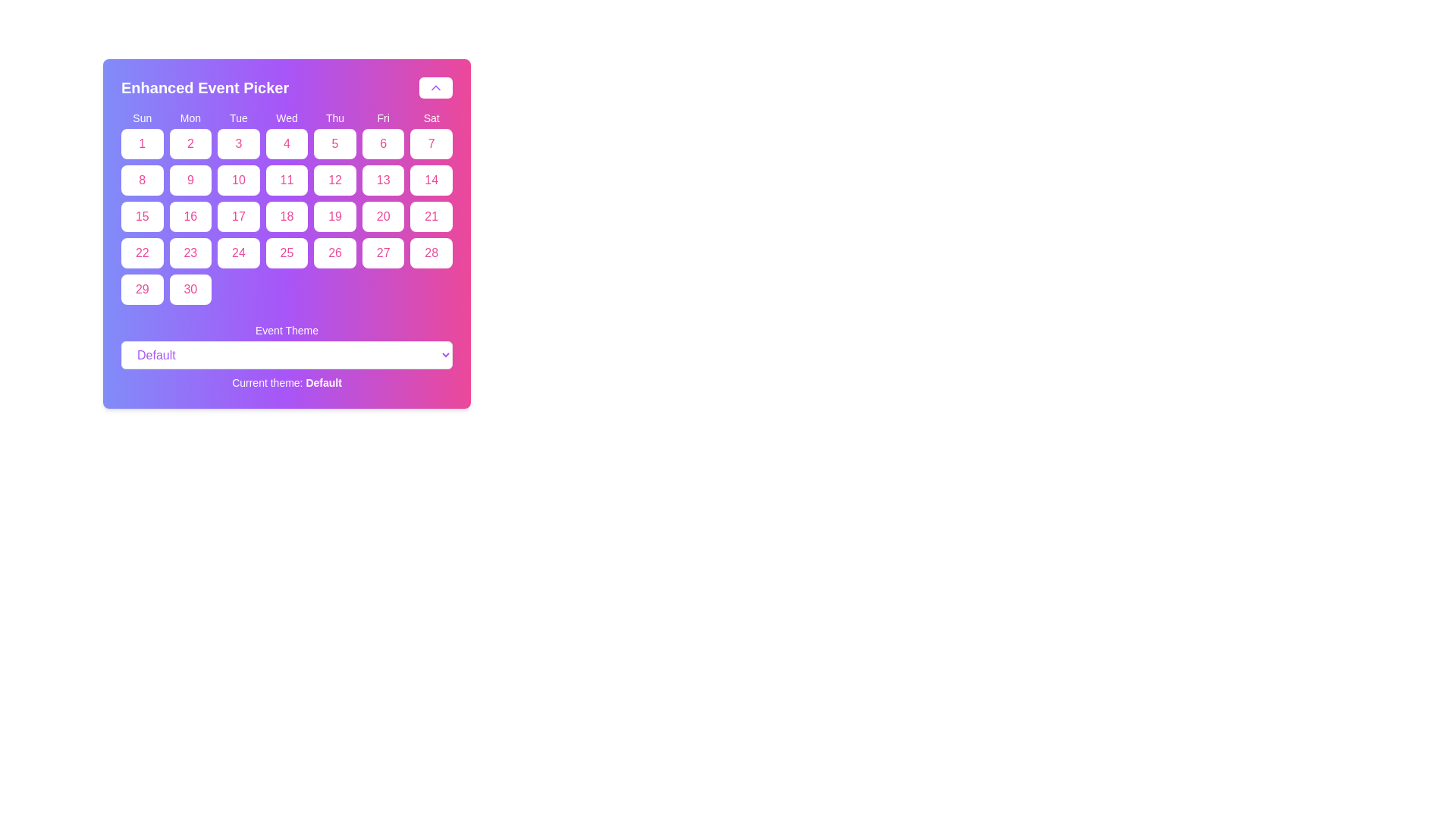 The image size is (1456, 819). What do you see at coordinates (237, 180) in the screenshot?
I see `the button labeled '10' in the calendar interface` at bounding box center [237, 180].